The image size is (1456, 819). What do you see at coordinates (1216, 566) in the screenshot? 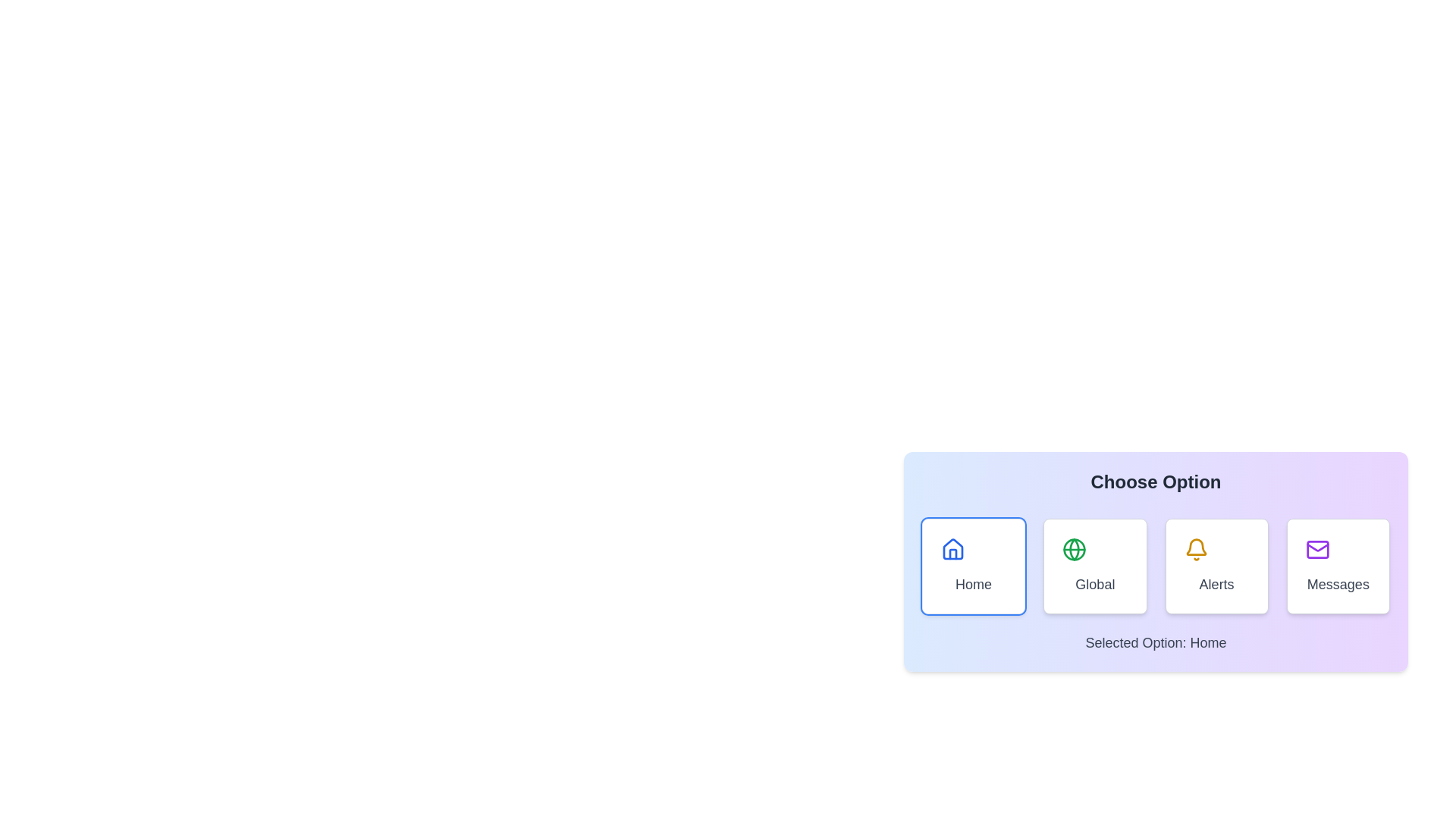
I see `the interactive menu option button related to alerts or notifications, positioned third in a horizontal grid of four cards` at bounding box center [1216, 566].